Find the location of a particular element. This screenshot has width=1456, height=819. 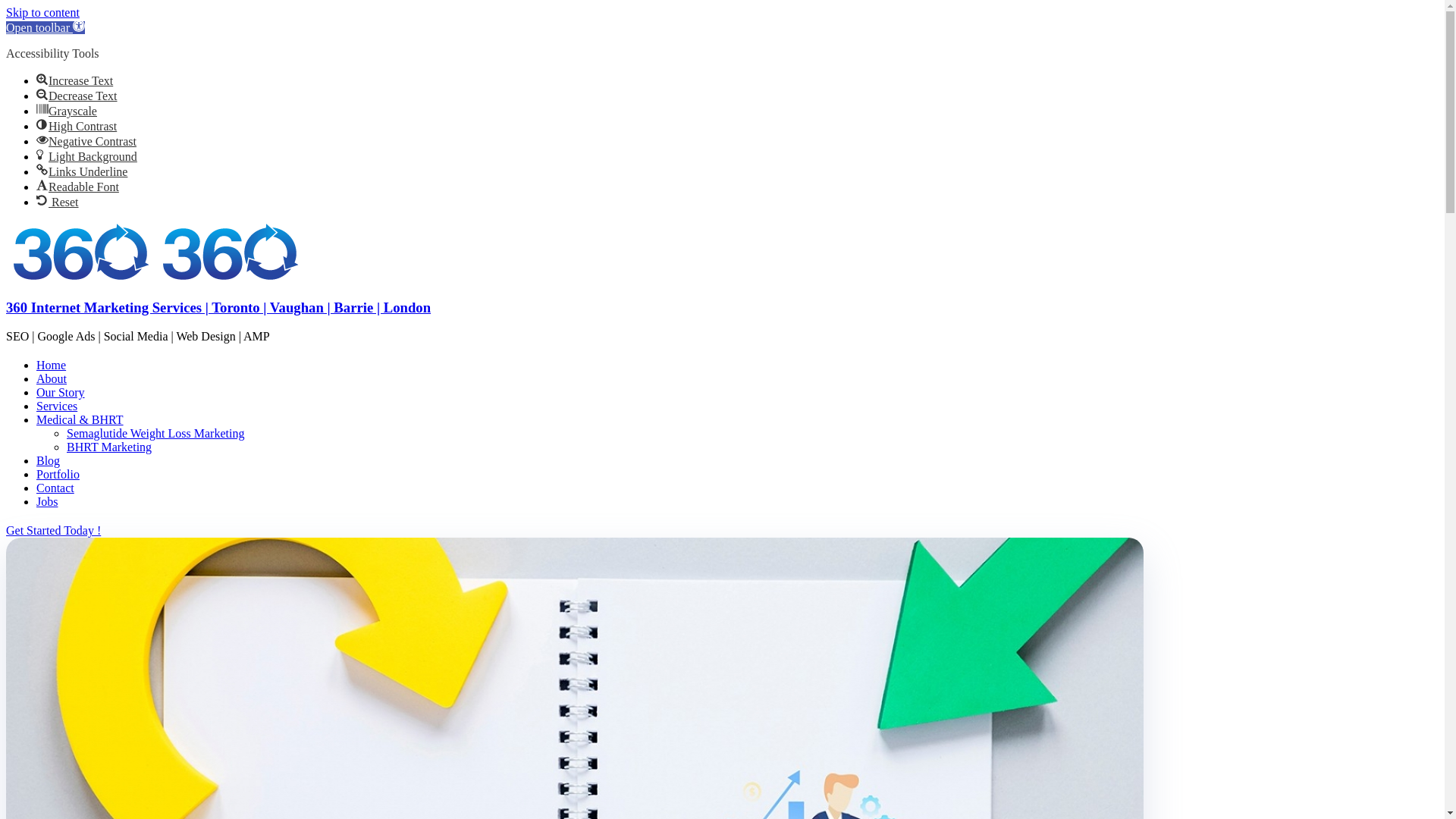

'GrayscaleGrayscale' is located at coordinates (65, 110).